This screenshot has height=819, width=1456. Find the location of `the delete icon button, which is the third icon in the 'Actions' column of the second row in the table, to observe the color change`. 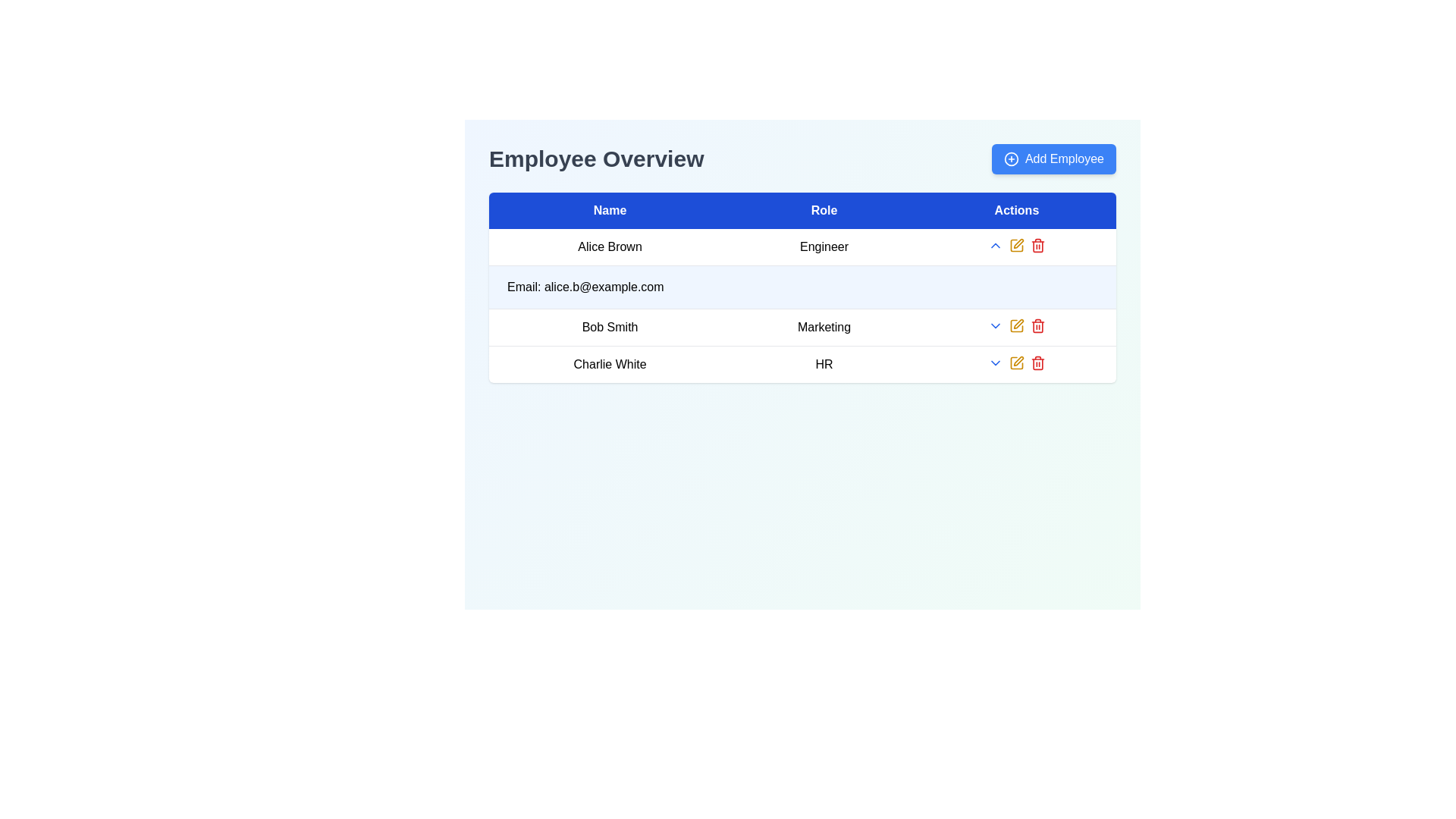

the delete icon button, which is the third icon in the 'Actions' column of the second row in the table, to observe the color change is located at coordinates (1037, 325).